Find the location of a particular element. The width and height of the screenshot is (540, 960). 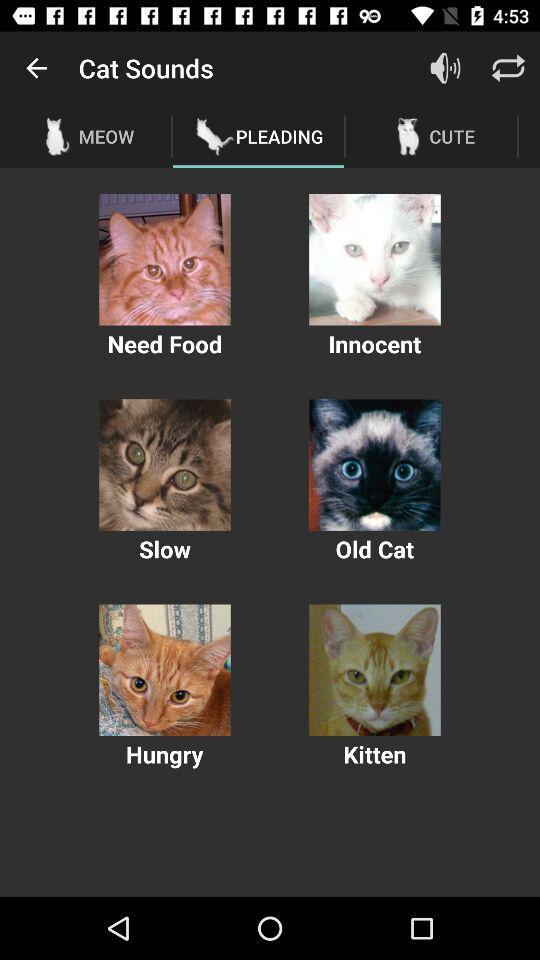

a selection button for old cat is located at coordinates (374, 465).